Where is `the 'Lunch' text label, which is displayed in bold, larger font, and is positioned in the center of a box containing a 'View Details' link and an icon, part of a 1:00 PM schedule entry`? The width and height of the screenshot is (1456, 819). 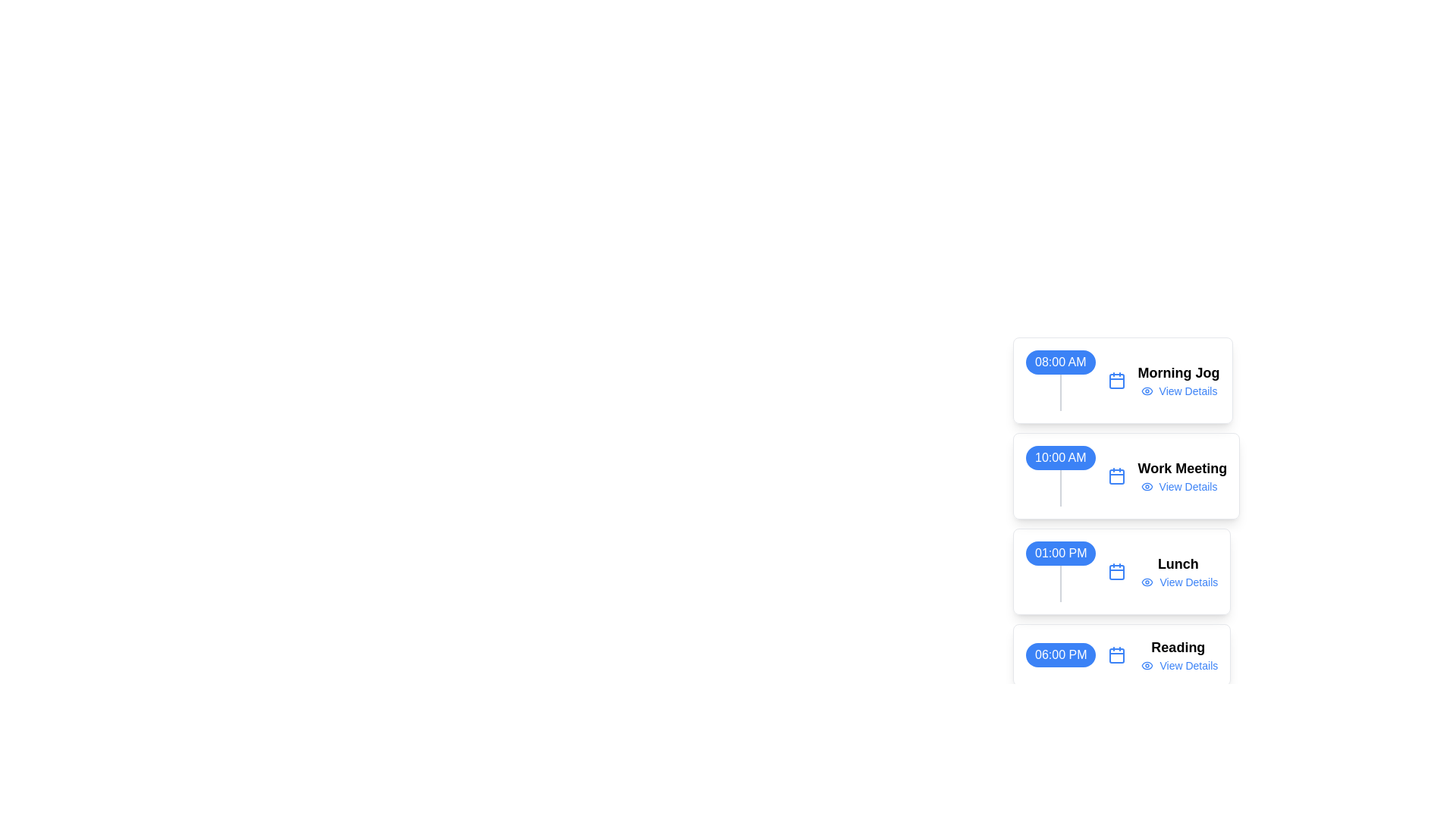
the 'Lunch' text label, which is displayed in bold, larger font, and is positioned in the center of a box containing a 'View Details' link and an icon, part of a 1:00 PM schedule entry is located at coordinates (1177, 564).